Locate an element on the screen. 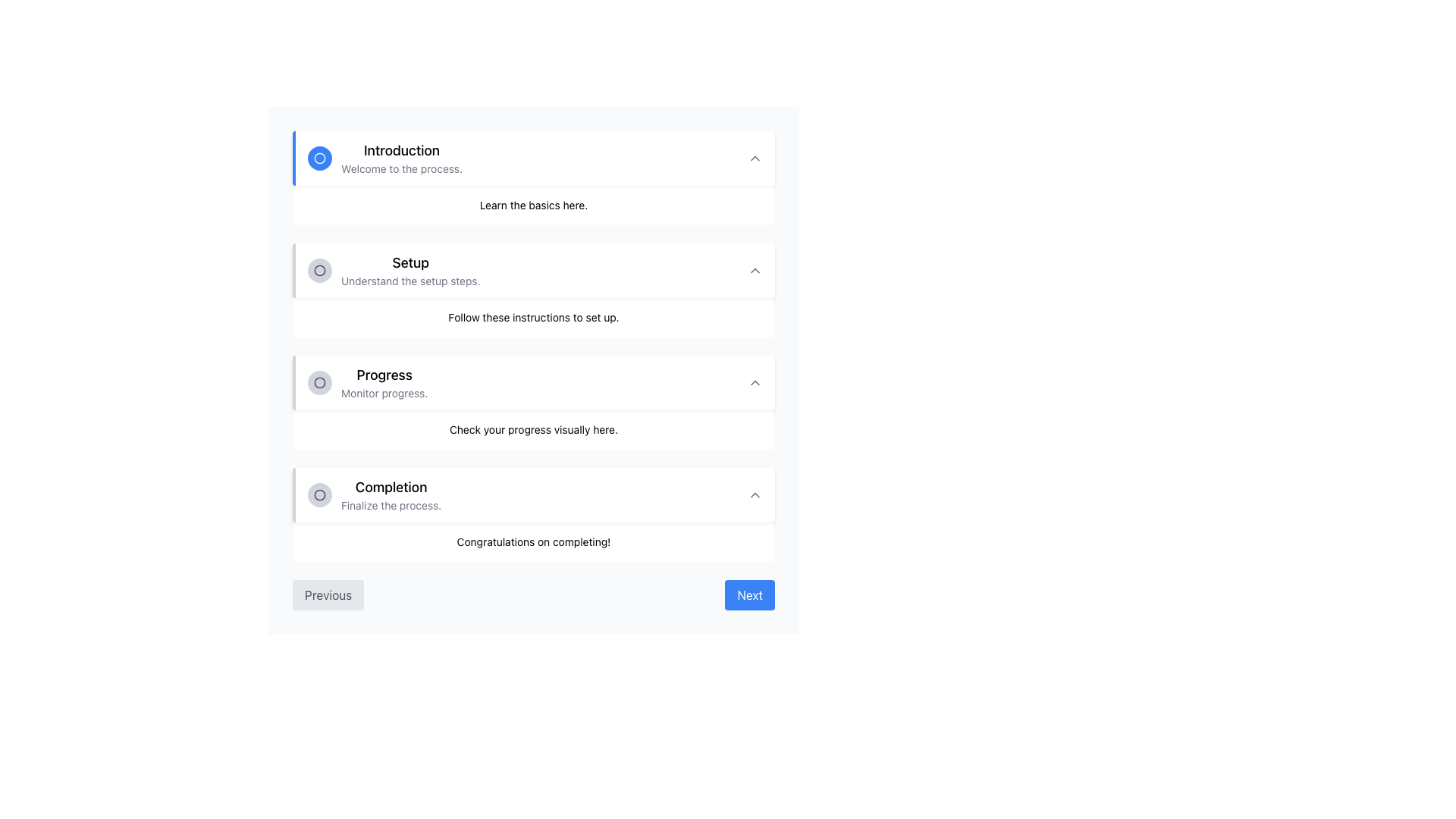 The height and width of the screenshot is (819, 1456). the Chevron toggle button on the far-right side of the 'Completion' section is located at coordinates (755, 494).